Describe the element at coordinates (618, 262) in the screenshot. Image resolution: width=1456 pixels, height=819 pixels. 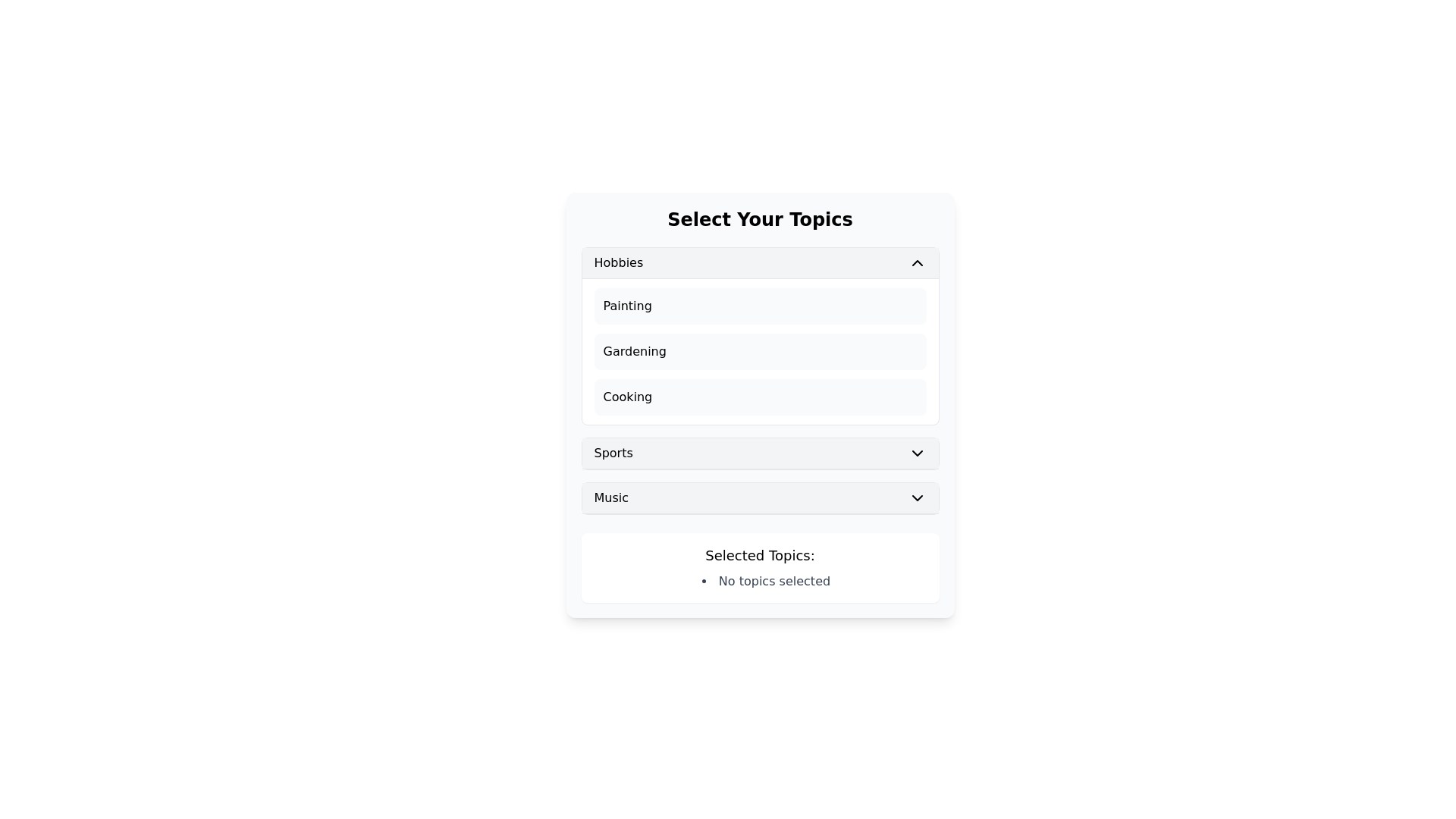
I see `the text label displaying 'Hobbies' in black font color located at the top left of a collapsible panel with a light gray background` at that location.